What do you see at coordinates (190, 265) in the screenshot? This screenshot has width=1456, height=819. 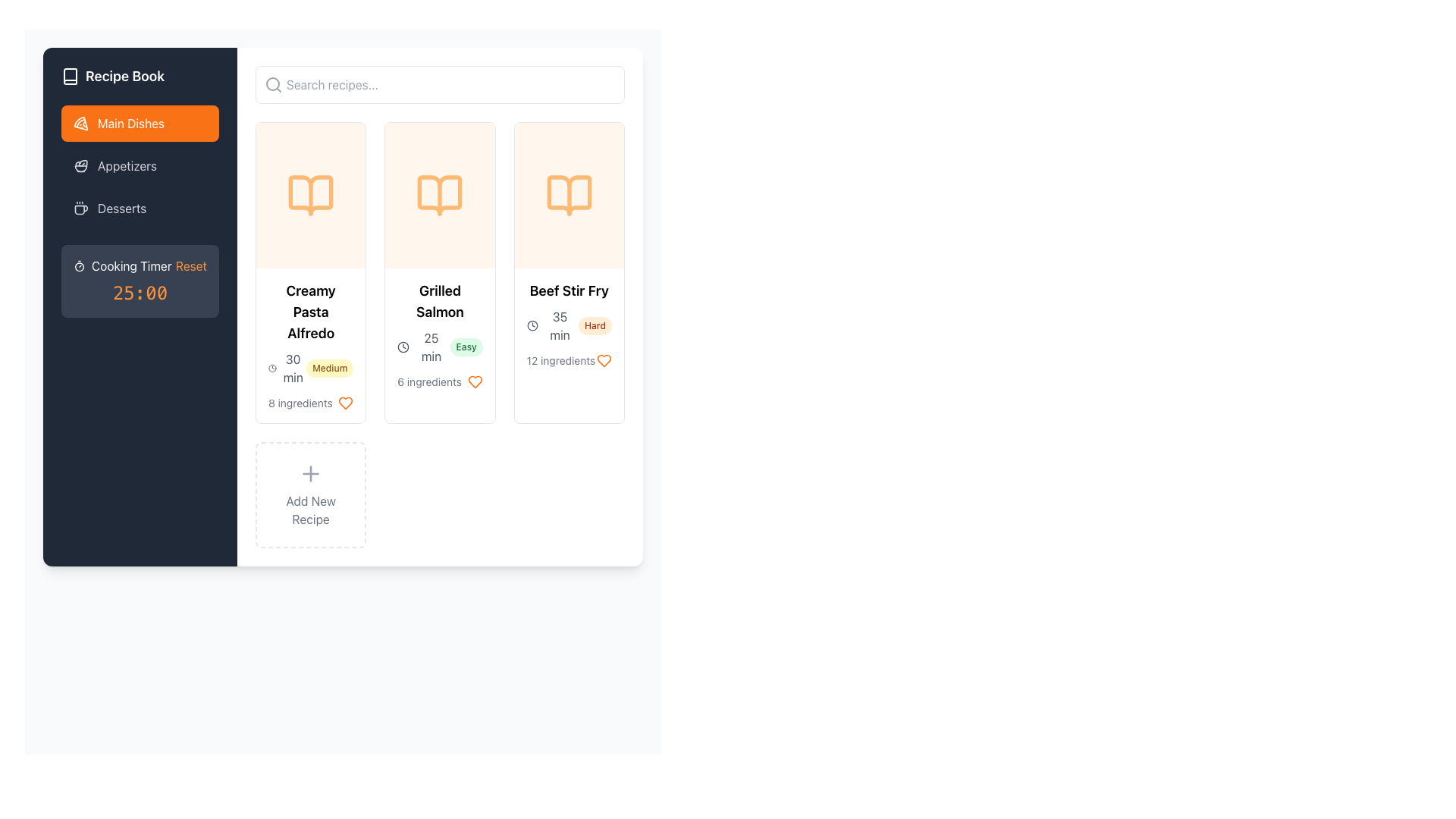 I see `the orange 'Reset' button located in the 'Cooking Timer' panel to reset the timer` at bounding box center [190, 265].